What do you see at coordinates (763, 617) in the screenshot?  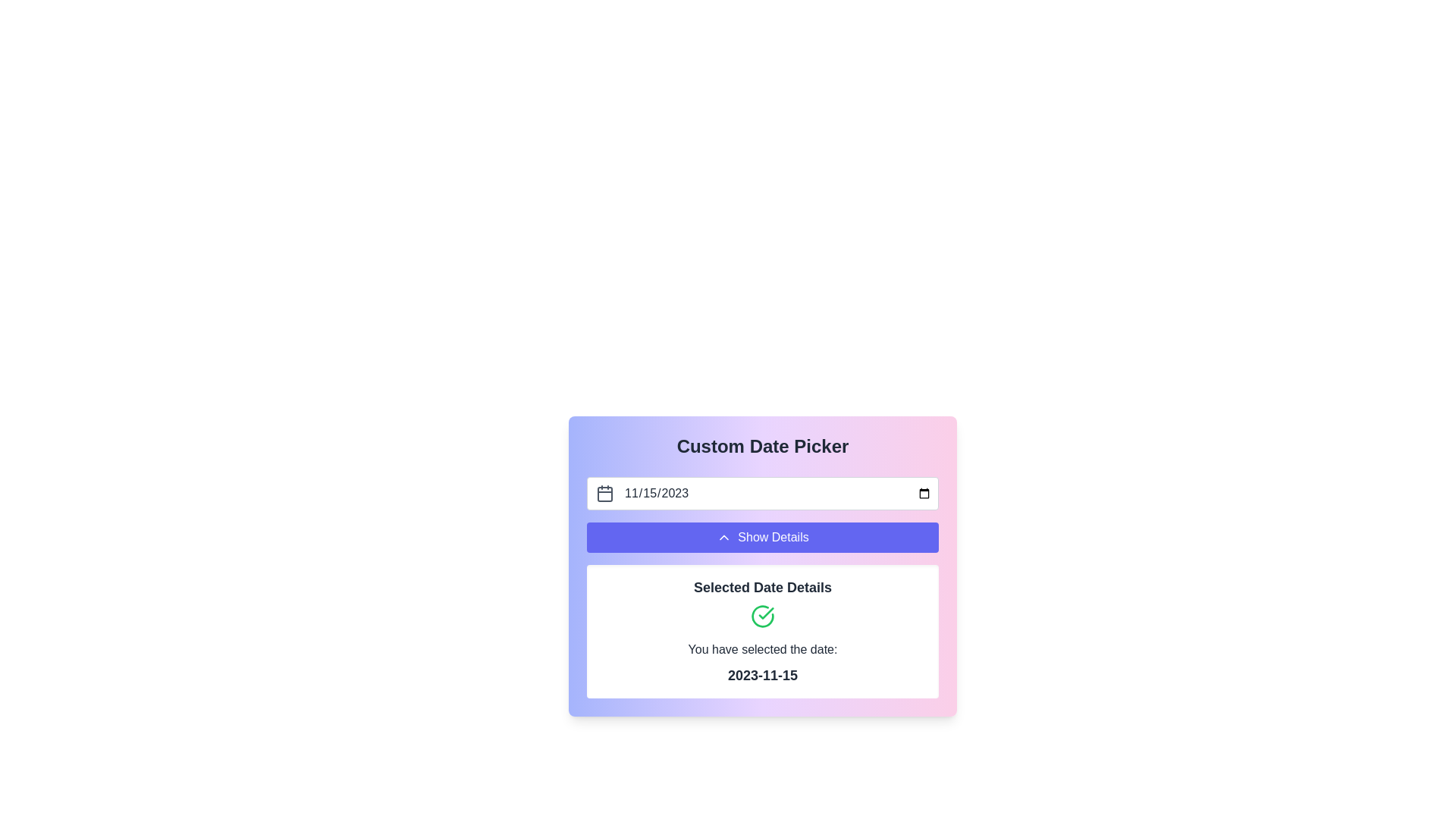 I see `the success indicator icon confirming the user's selection of the date, located under the 'Selected Date Details' heading and above the text 'You have selected the date: 2023-11-15'` at bounding box center [763, 617].